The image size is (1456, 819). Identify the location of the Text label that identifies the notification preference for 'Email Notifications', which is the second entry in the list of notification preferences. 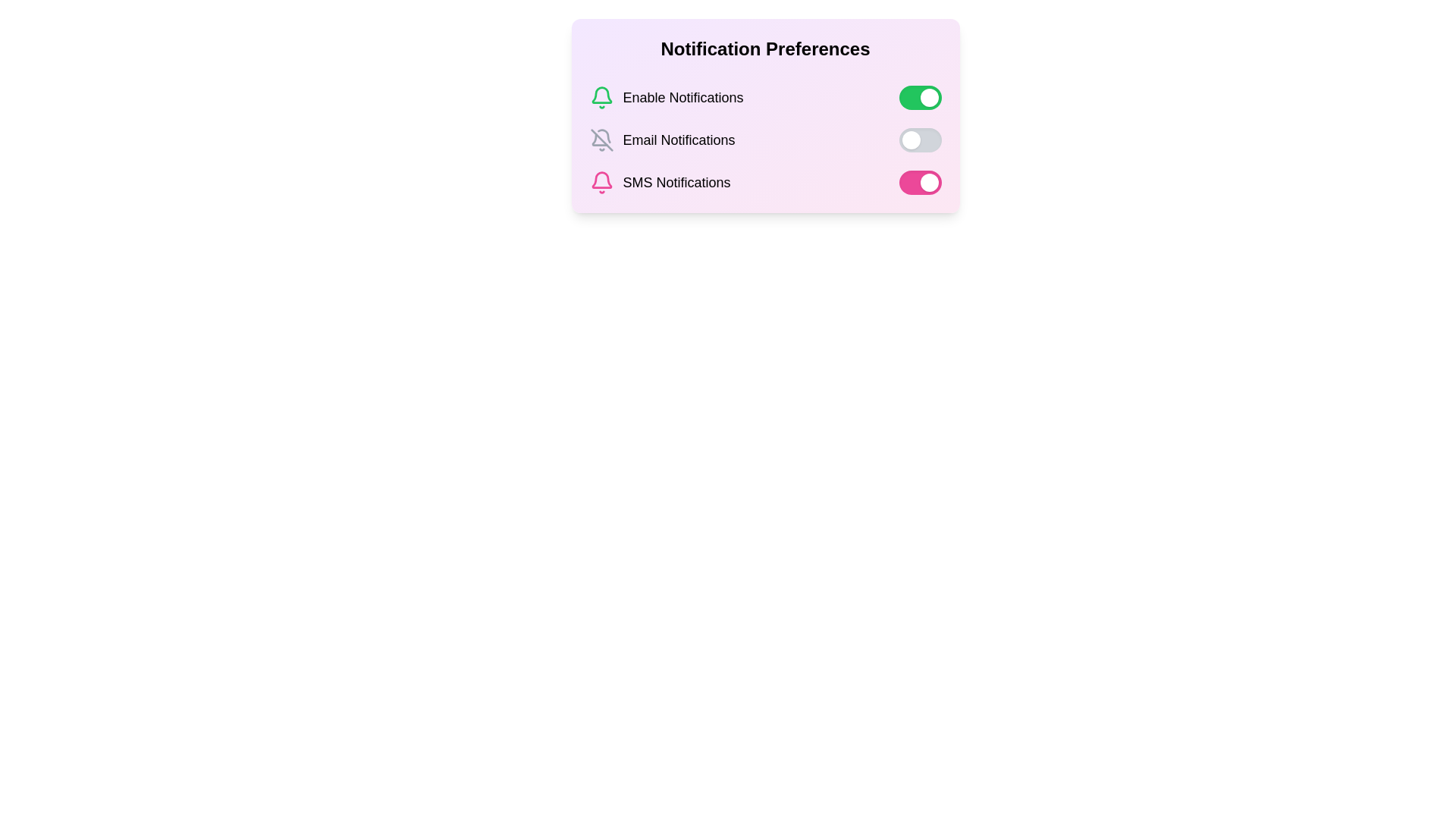
(678, 140).